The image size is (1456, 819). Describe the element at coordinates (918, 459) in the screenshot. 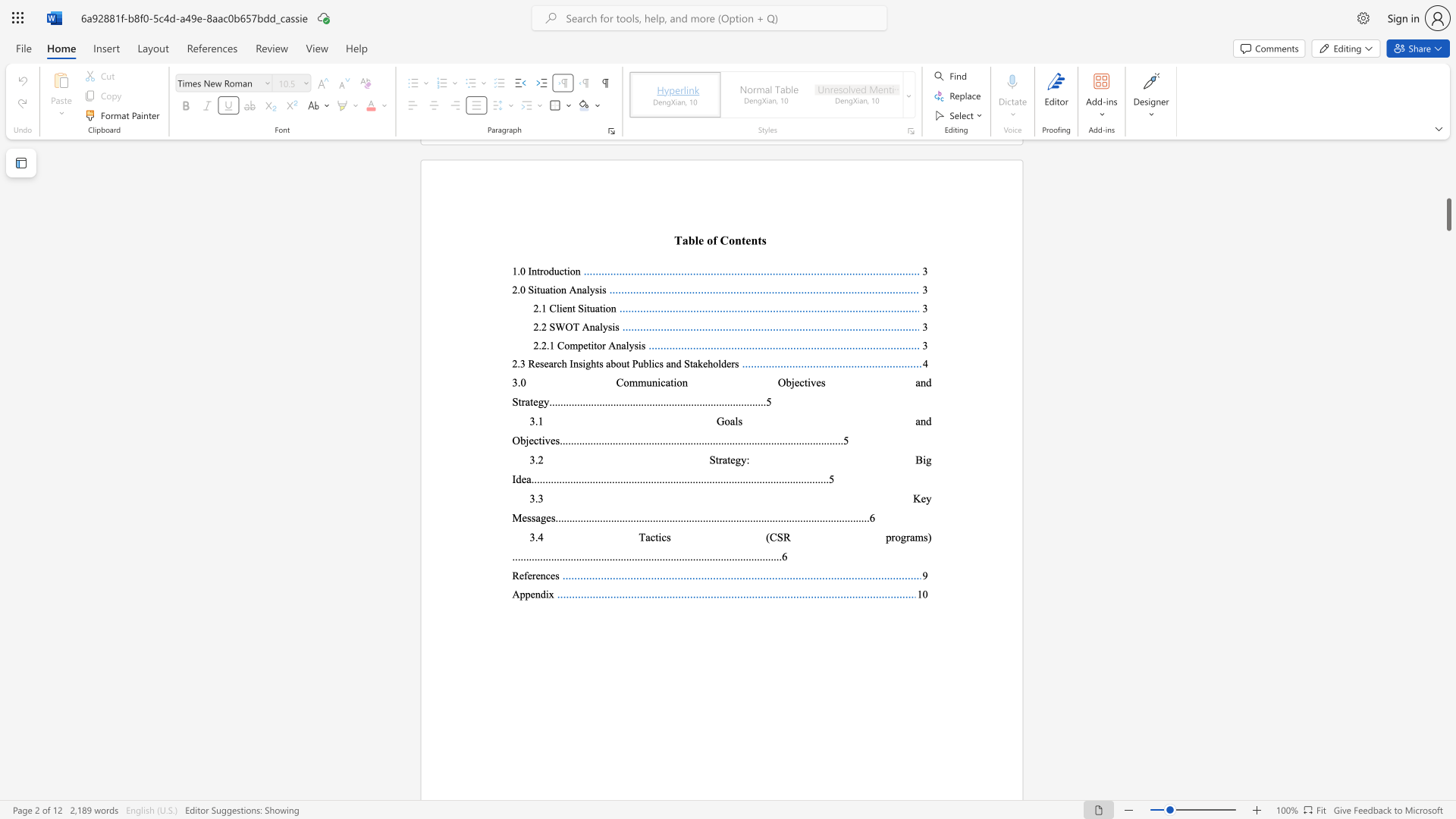

I see `the 1th character "B" in the text` at that location.